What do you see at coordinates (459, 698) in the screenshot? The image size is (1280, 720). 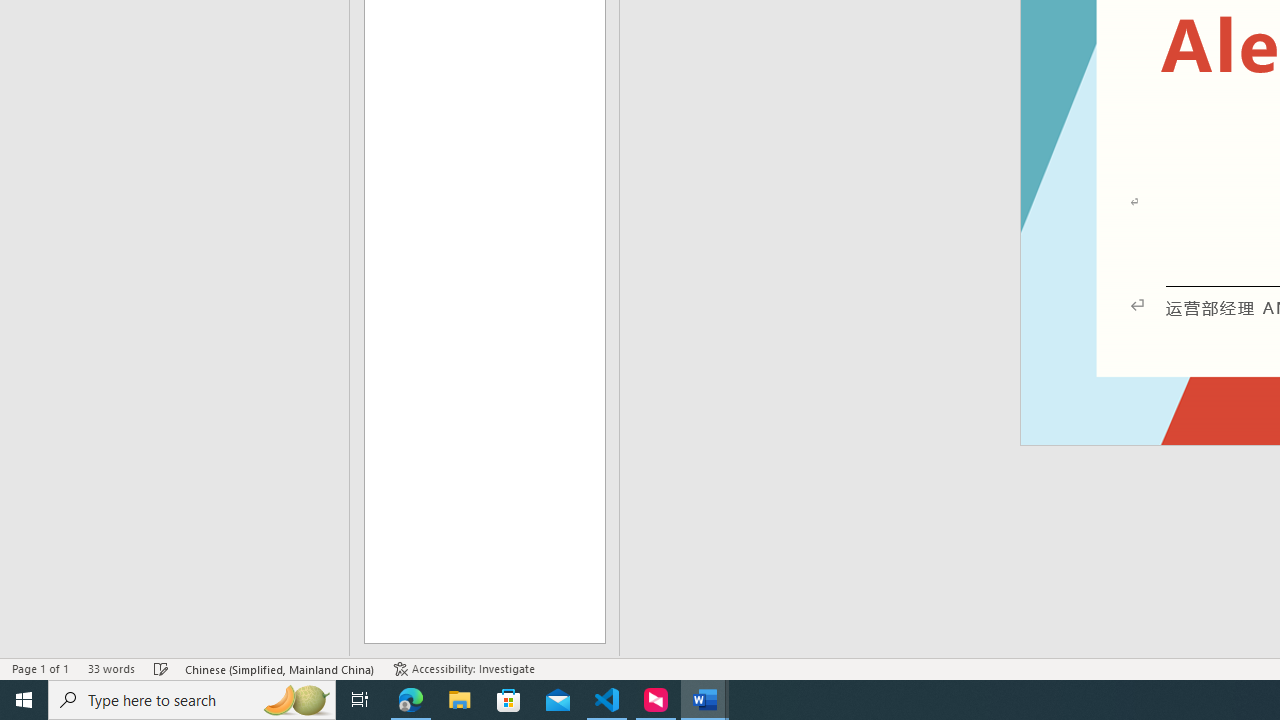 I see `'File Explorer'` at bounding box center [459, 698].